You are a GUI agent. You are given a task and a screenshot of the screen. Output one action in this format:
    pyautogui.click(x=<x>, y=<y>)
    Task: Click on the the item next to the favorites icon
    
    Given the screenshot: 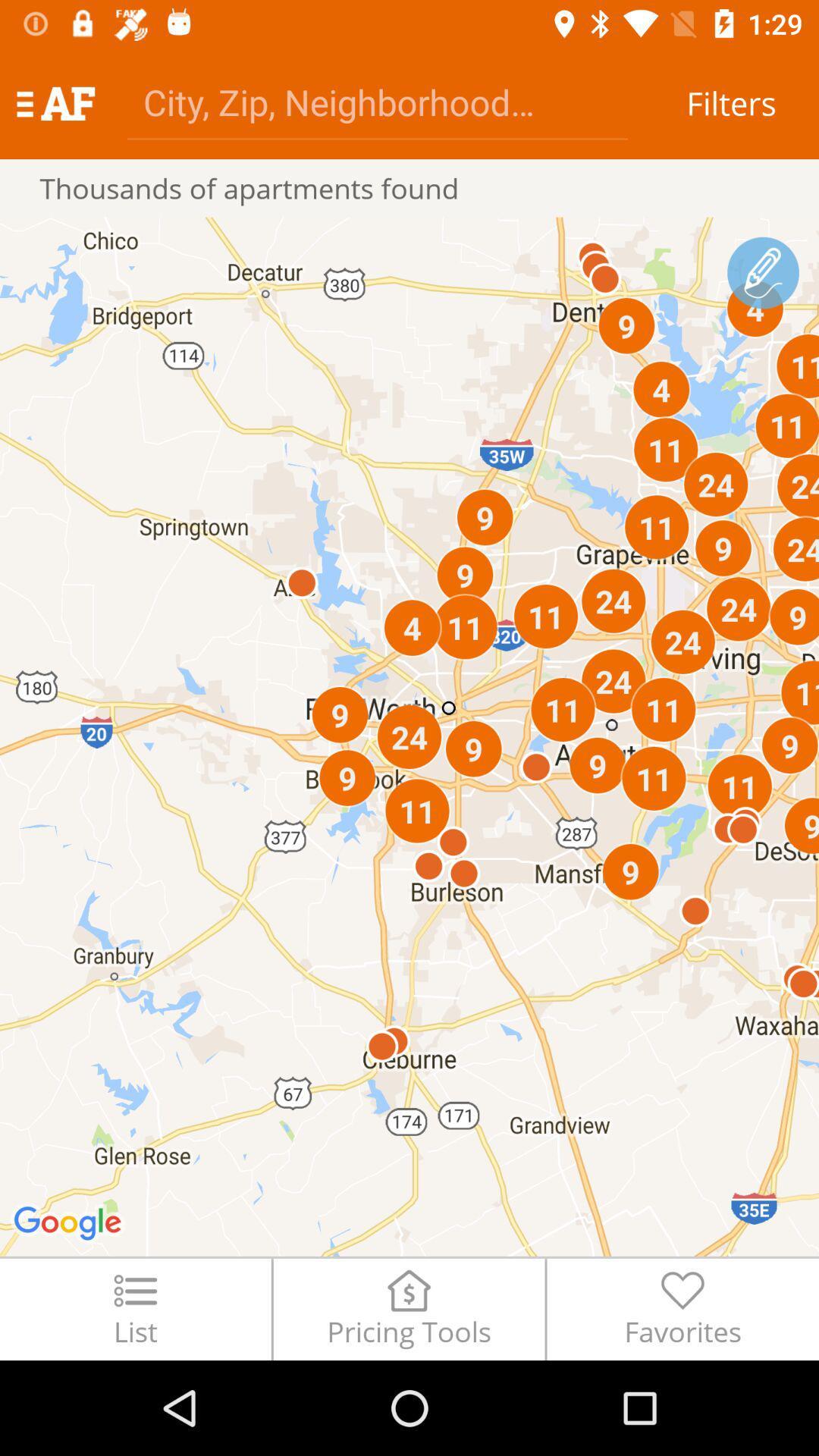 What is the action you would take?
    pyautogui.click(x=408, y=1308)
    